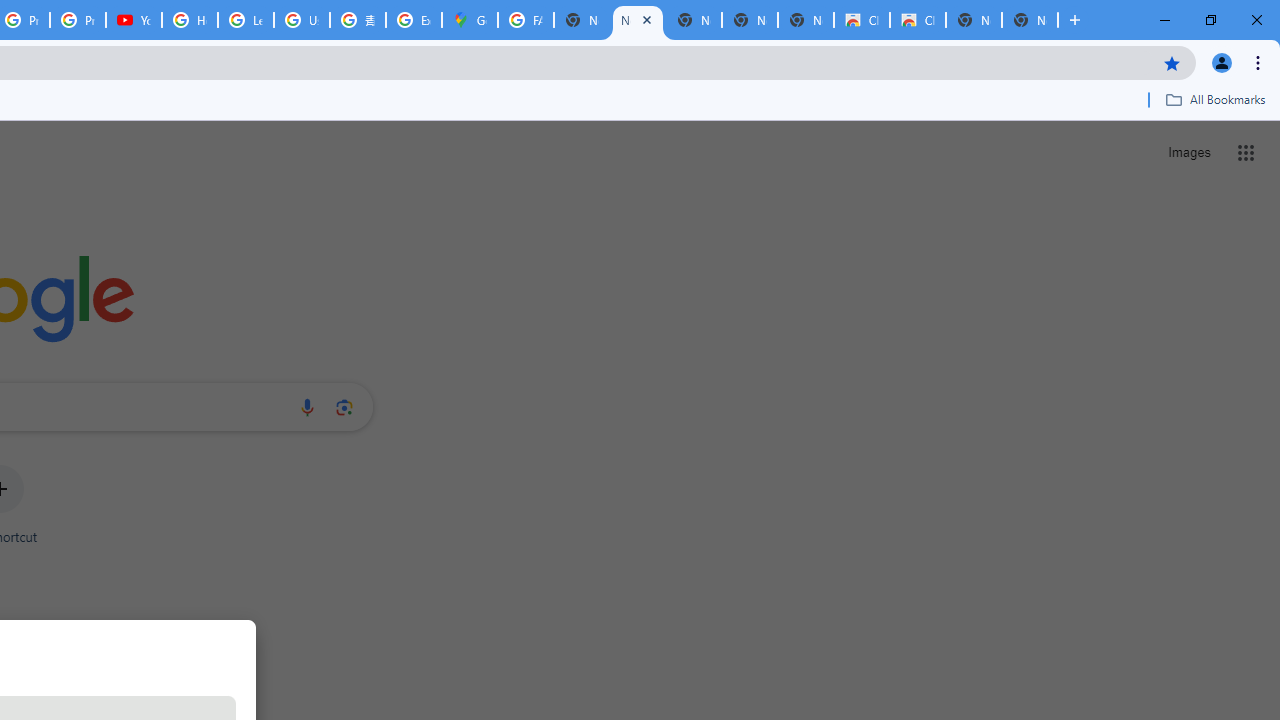 This screenshot has width=1280, height=720. I want to click on 'Google Maps', so click(468, 20).